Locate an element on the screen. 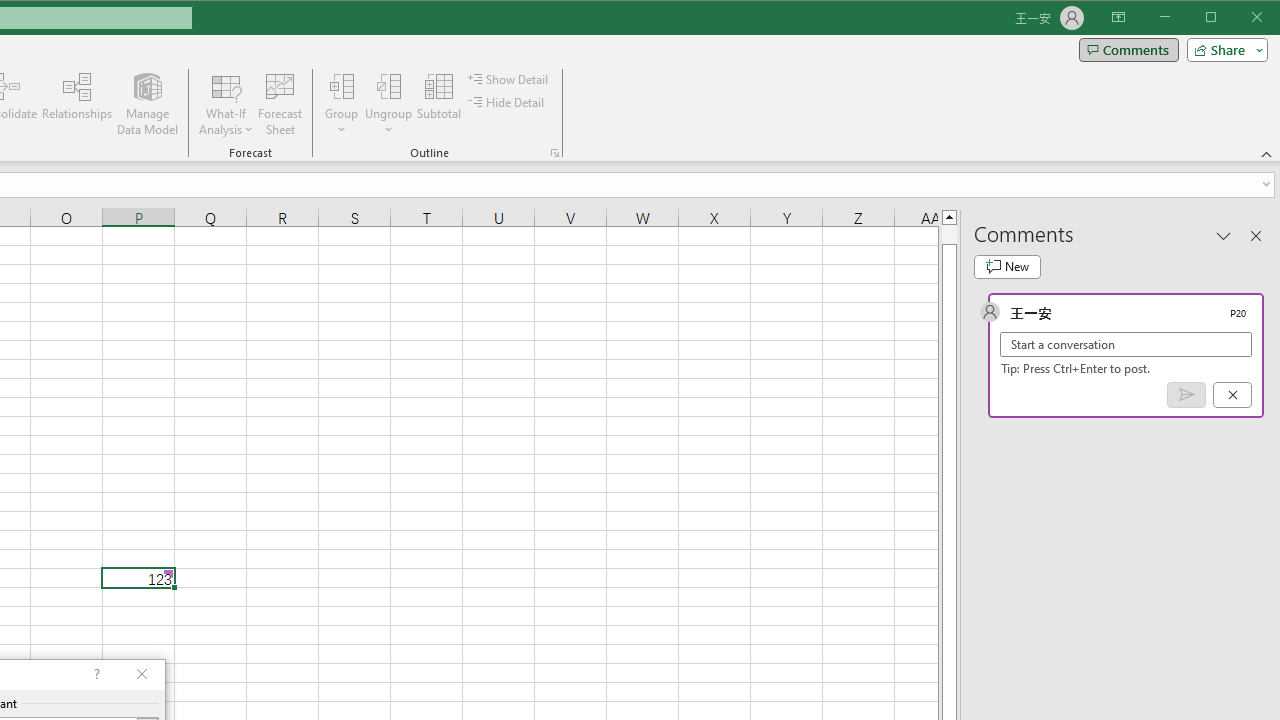 This screenshot has height=720, width=1280. 'Maximize' is located at coordinates (1238, 19).